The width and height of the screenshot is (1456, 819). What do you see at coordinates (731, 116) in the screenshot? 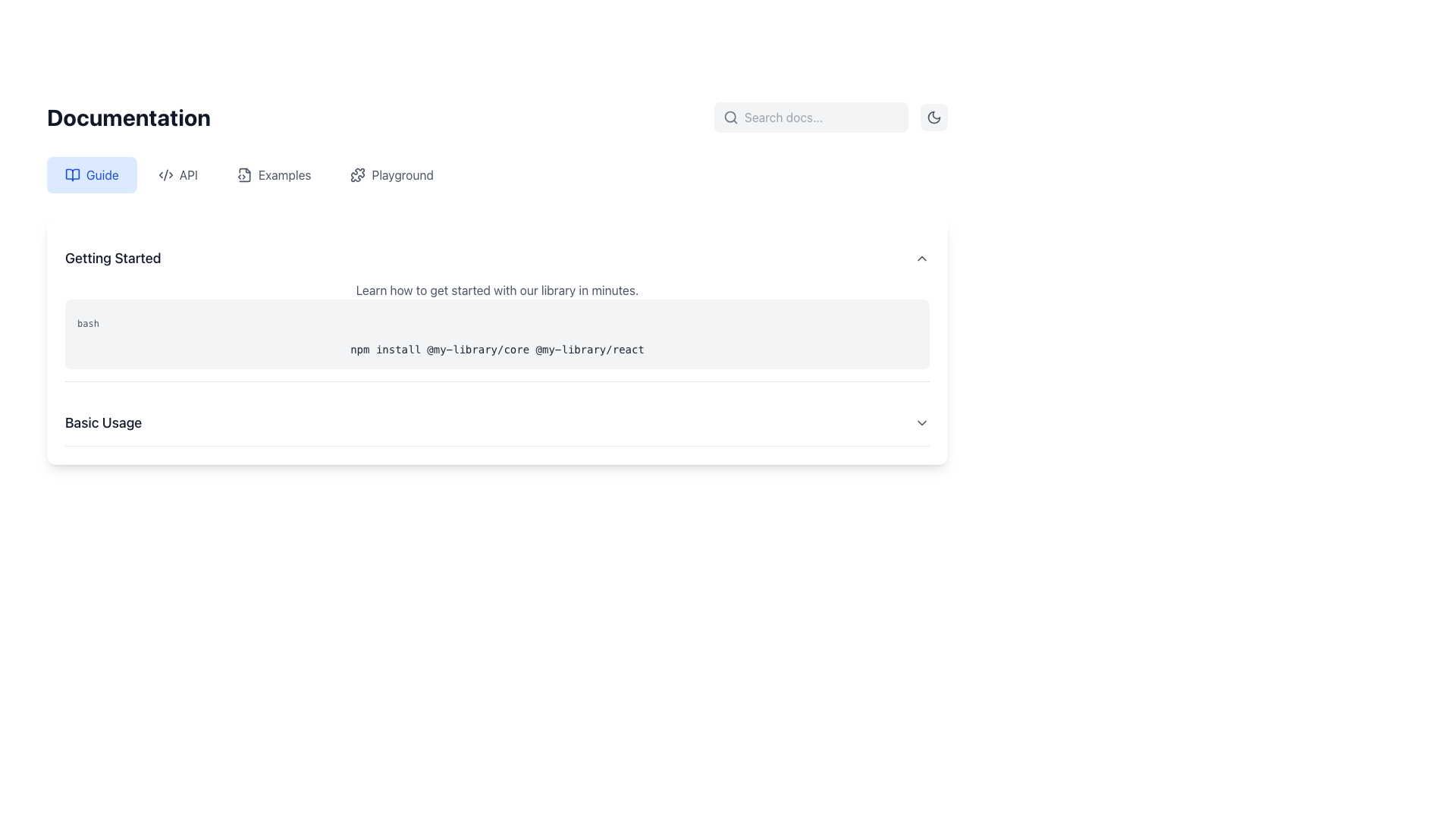
I see `the search bar icon located at the leftmost side of the search bar in the top-right corner of the interface` at bounding box center [731, 116].